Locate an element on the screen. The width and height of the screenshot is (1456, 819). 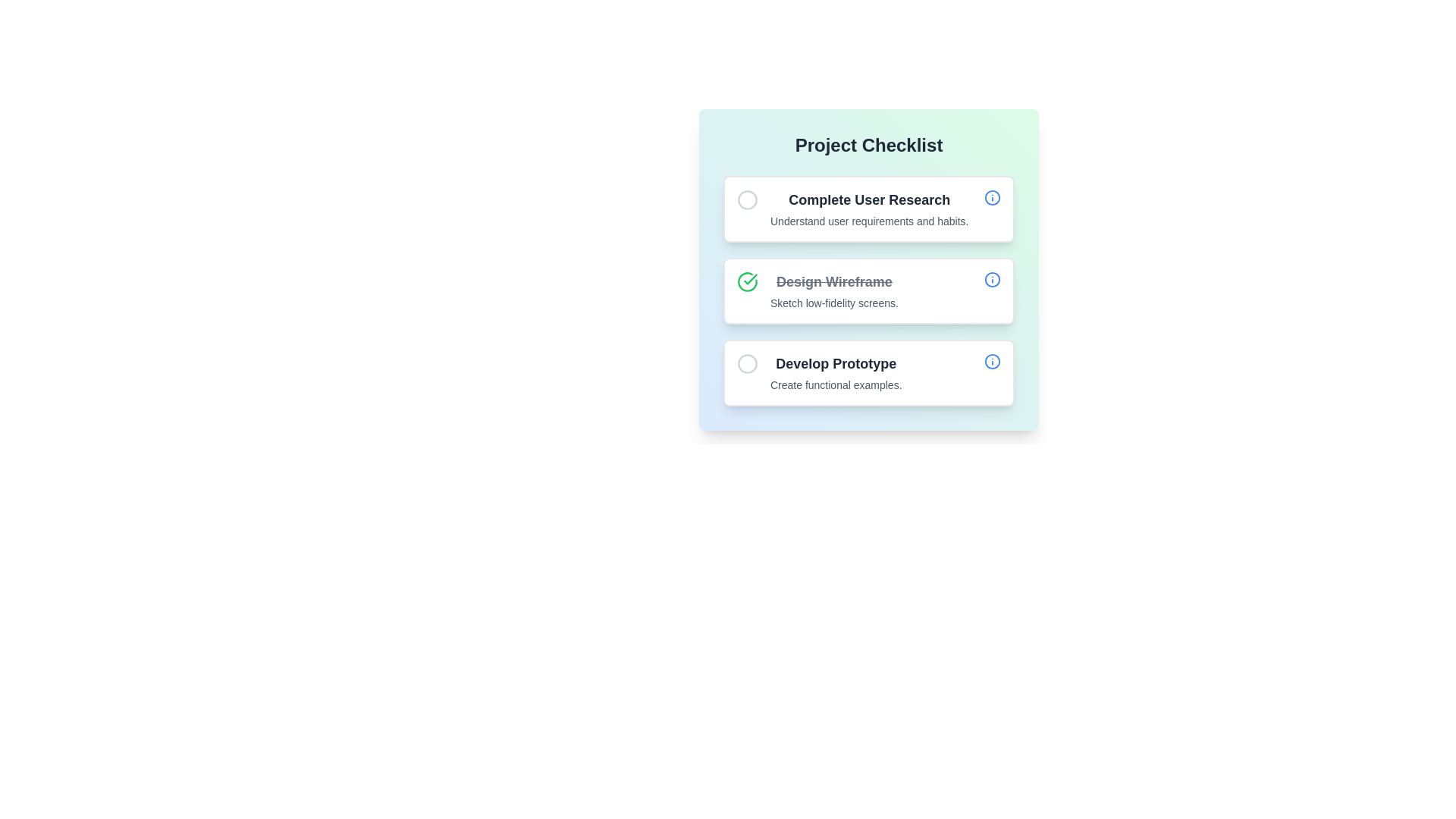
the text block element displaying the task details for 'Develop Prototype' within the checklist is located at coordinates (835, 373).